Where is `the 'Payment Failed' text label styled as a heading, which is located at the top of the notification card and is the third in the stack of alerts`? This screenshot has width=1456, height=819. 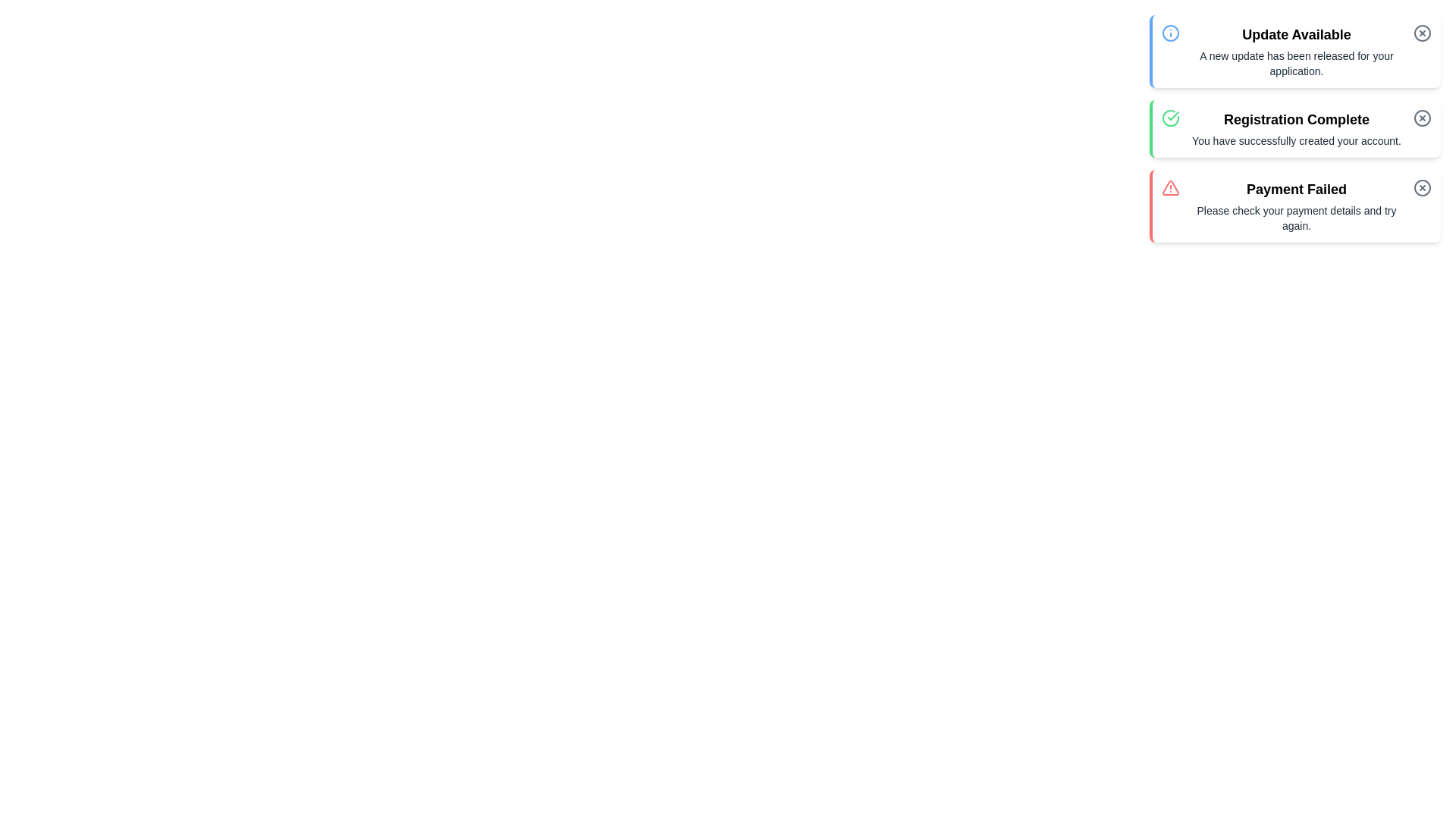 the 'Payment Failed' text label styled as a heading, which is located at the top of the notification card and is the third in the stack of alerts is located at coordinates (1295, 189).